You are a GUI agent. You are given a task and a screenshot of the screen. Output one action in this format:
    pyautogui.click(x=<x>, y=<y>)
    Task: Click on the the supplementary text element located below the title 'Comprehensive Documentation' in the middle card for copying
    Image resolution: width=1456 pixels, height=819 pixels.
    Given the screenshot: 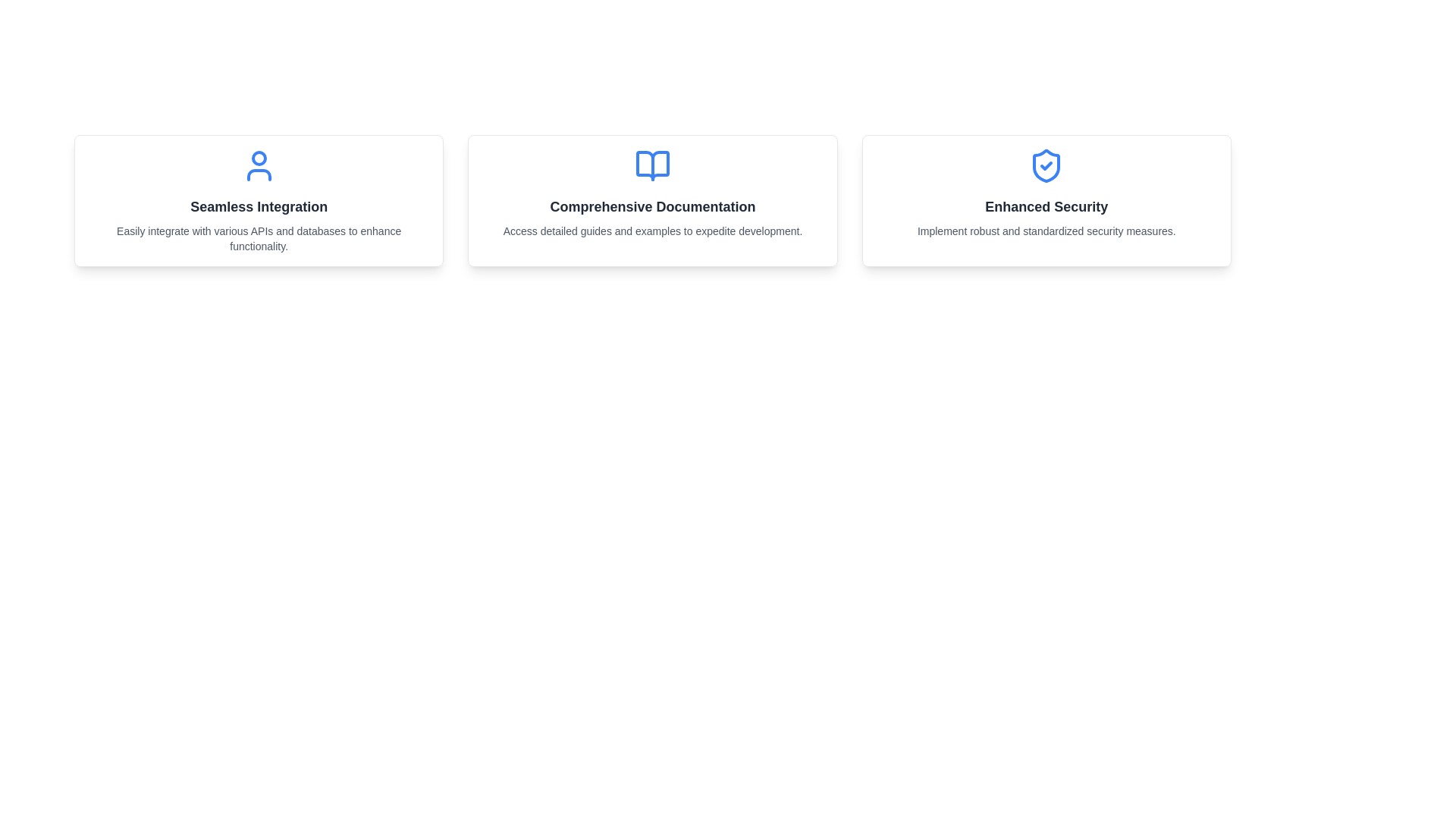 What is the action you would take?
    pyautogui.click(x=652, y=231)
    